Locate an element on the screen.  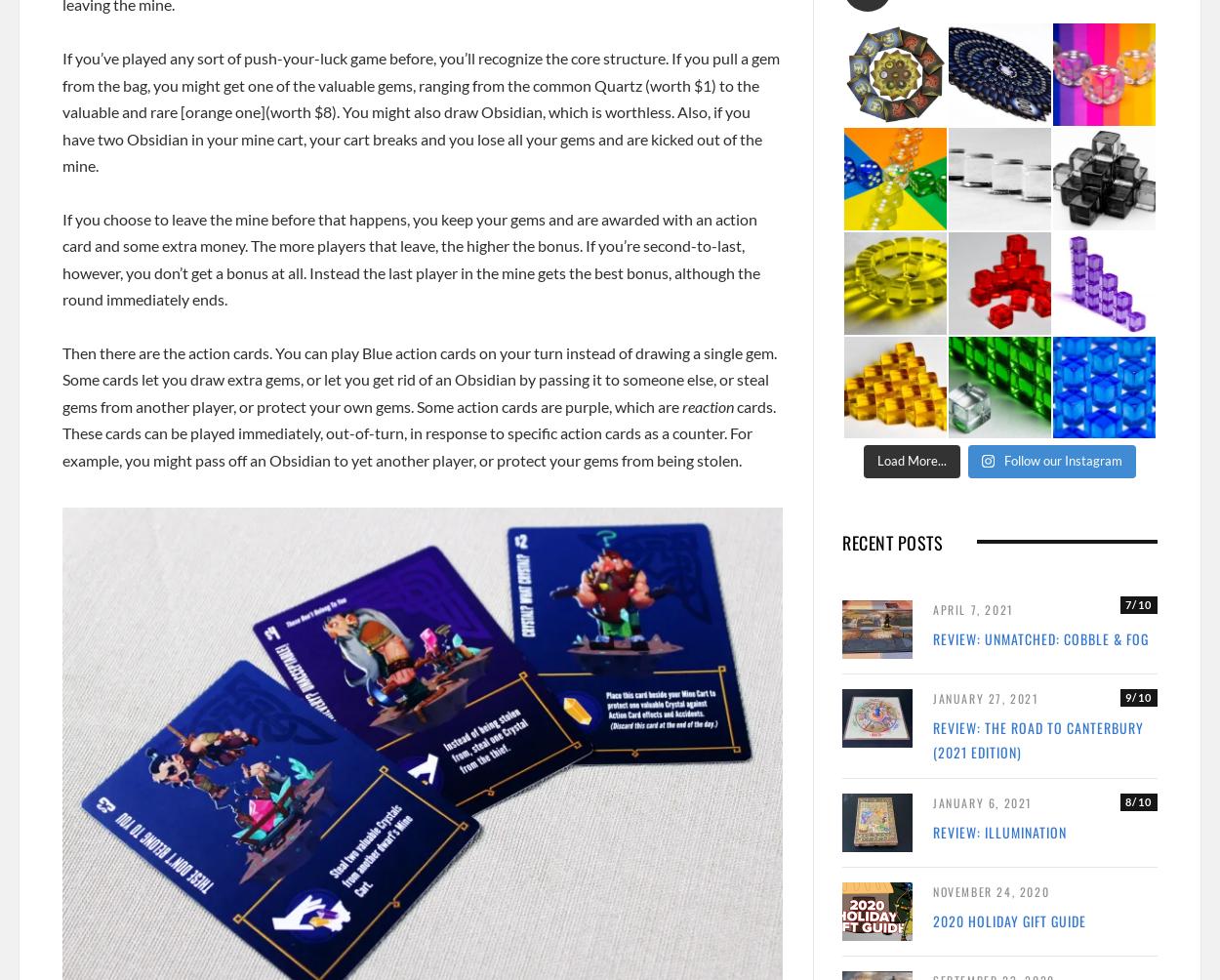
'Then there are the action cards. You can play Blue action cards on your turn instead of drawing a single gem. Some cards let you draw extra gems, or let you get rid of an Obsidian by passing it to someone else, or steal gems from another player, or protect your own gems. Some action cards are purple, which are' is located at coordinates (419, 378).